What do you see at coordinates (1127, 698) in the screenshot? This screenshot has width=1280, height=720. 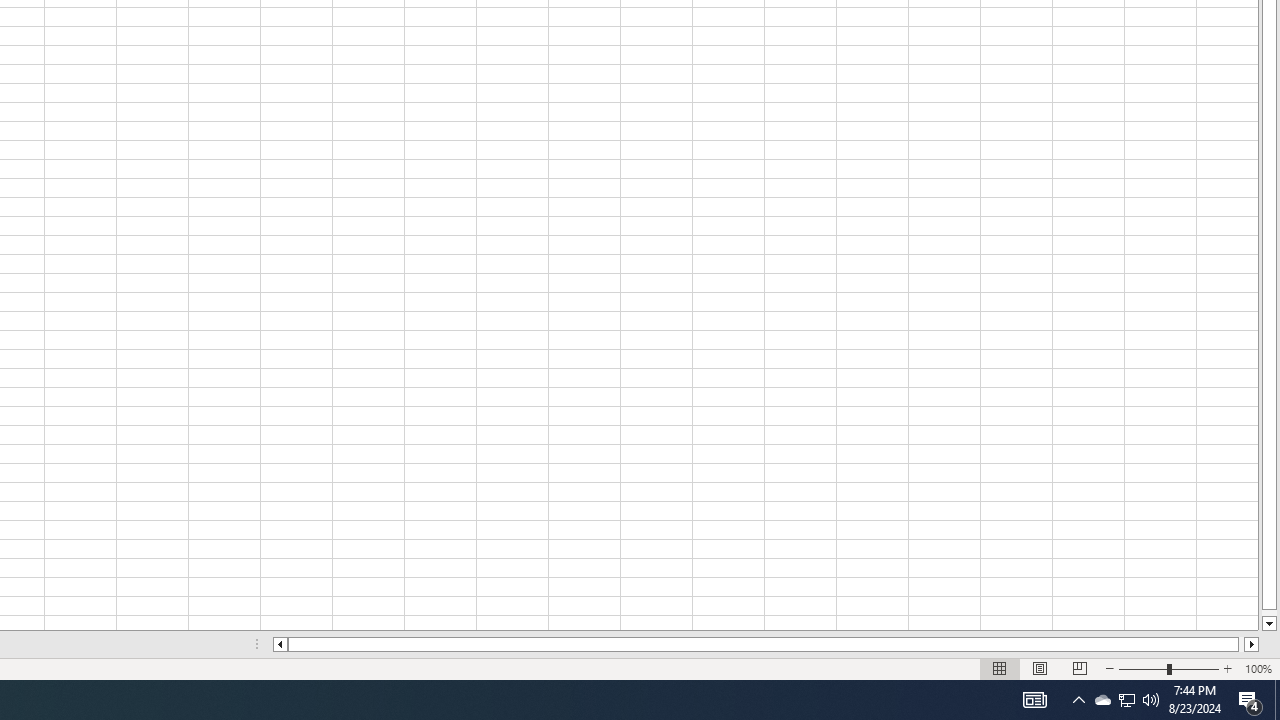 I see `'User Promoted Notification Area'` at bounding box center [1127, 698].